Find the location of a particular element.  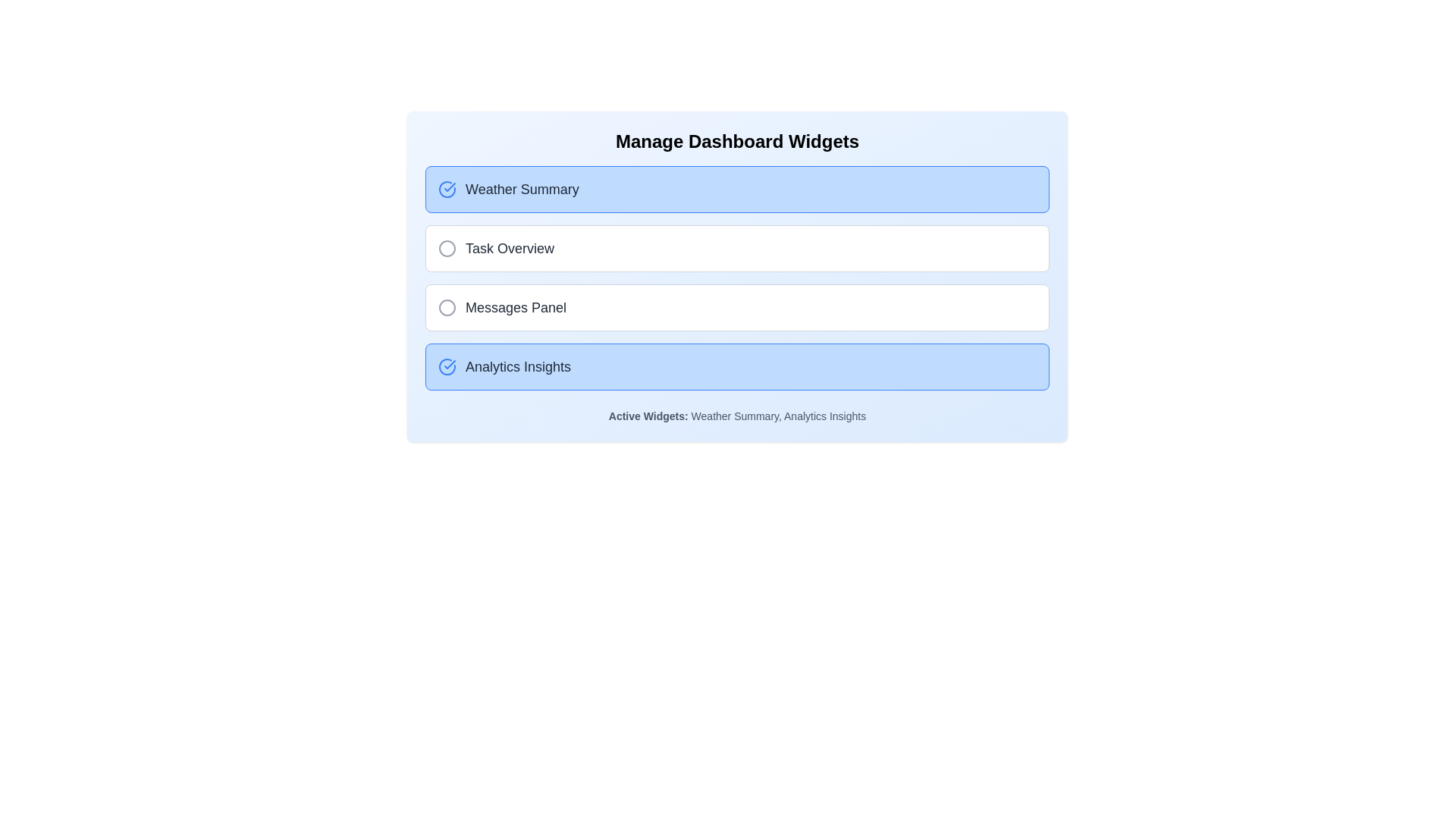

the static text element that reads 'Active Widgets: Weather Summary, Analytics Insights.' positioned below the main area of various widget details is located at coordinates (737, 416).